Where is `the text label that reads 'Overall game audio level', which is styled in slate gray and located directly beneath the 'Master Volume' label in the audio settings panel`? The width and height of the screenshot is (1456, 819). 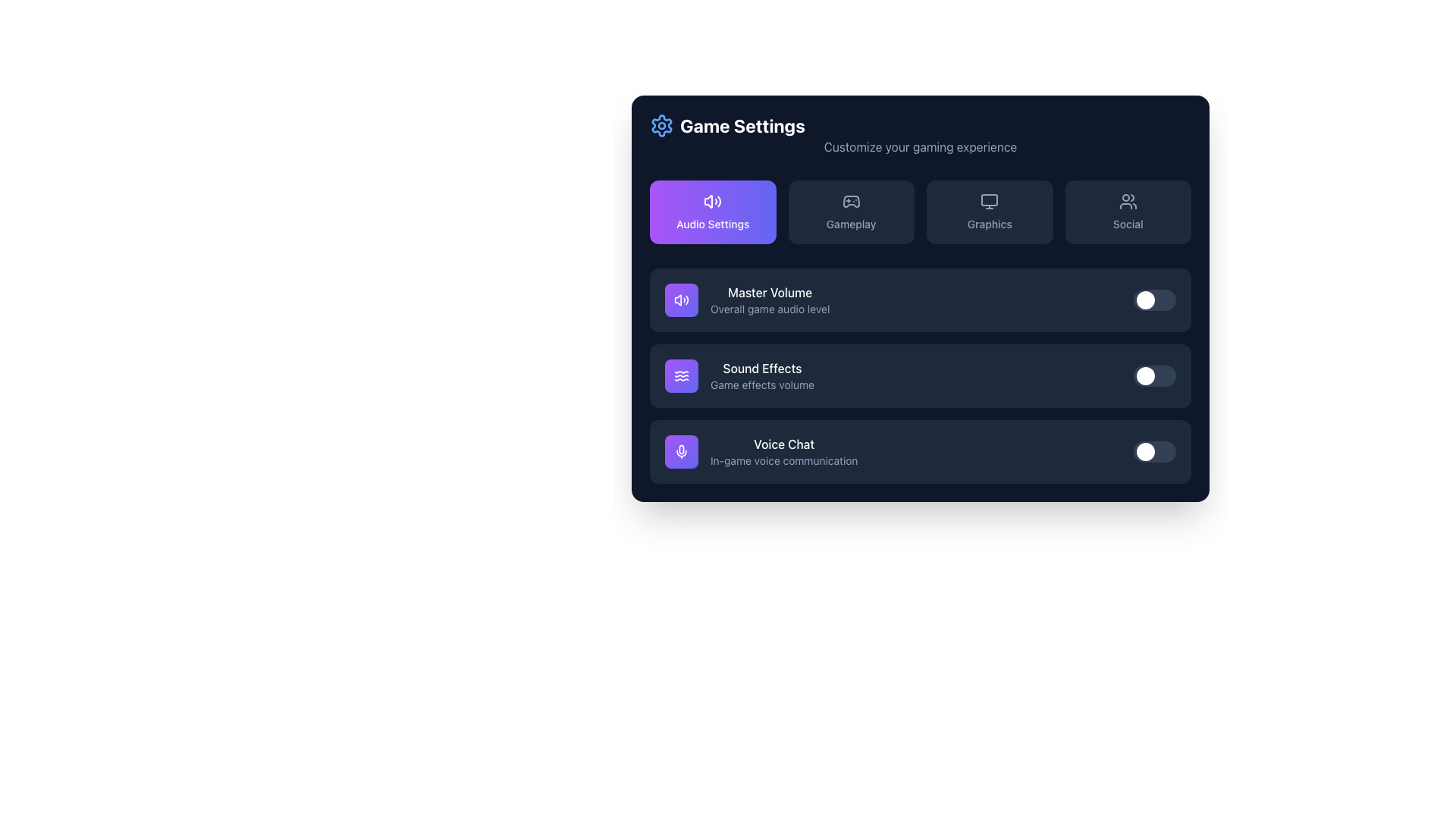 the text label that reads 'Overall game audio level', which is styled in slate gray and located directly beneath the 'Master Volume' label in the audio settings panel is located at coordinates (770, 309).